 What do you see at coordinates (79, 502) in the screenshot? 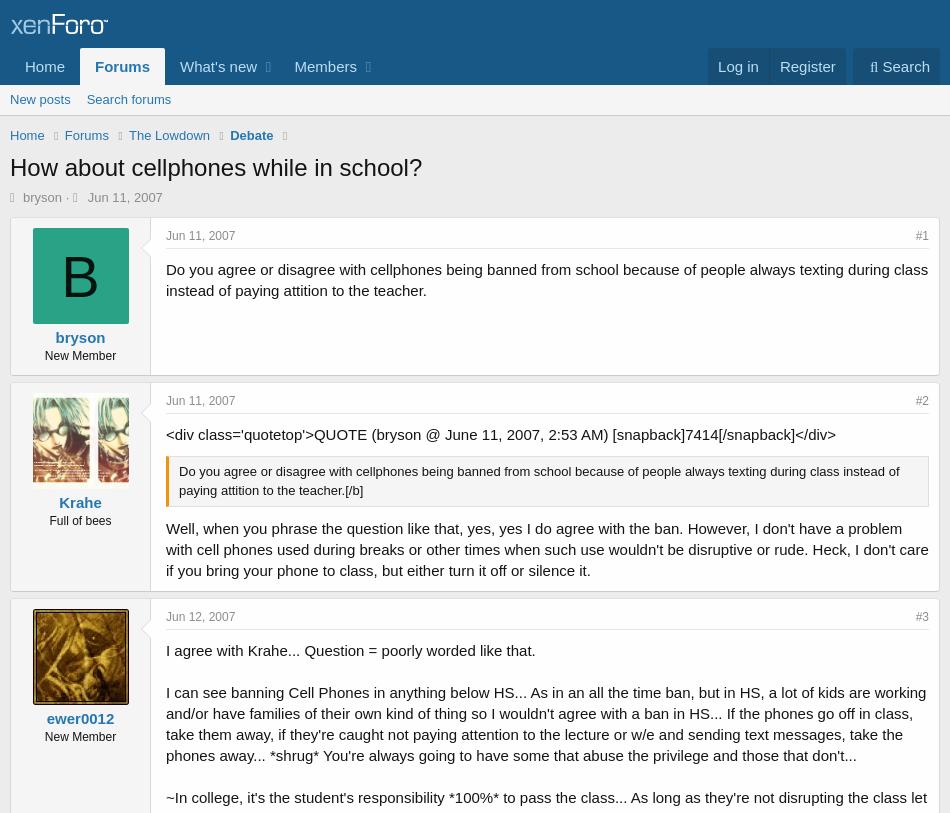
I see `'Krahe'` at bounding box center [79, 502].